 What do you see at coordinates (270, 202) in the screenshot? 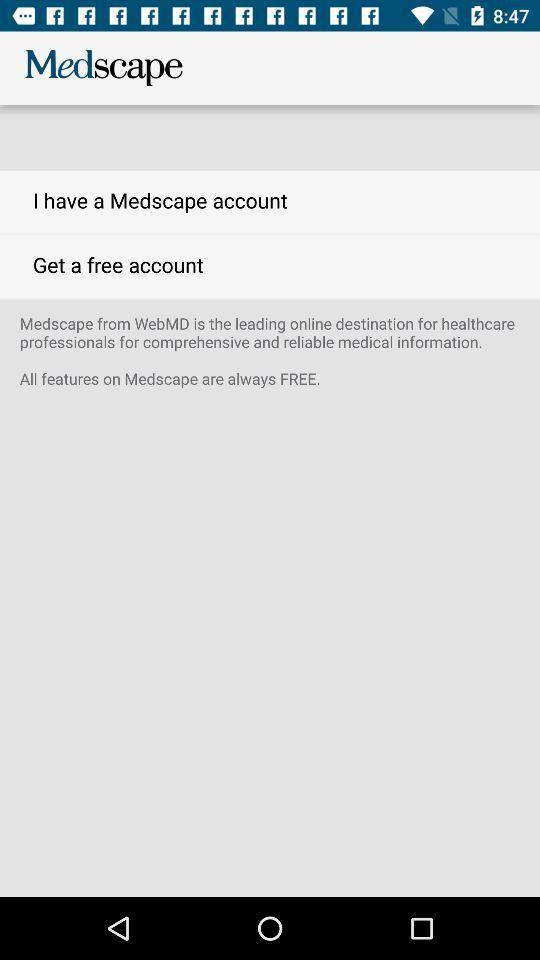
I see `i have a icon` at bounding box center [270, 202].